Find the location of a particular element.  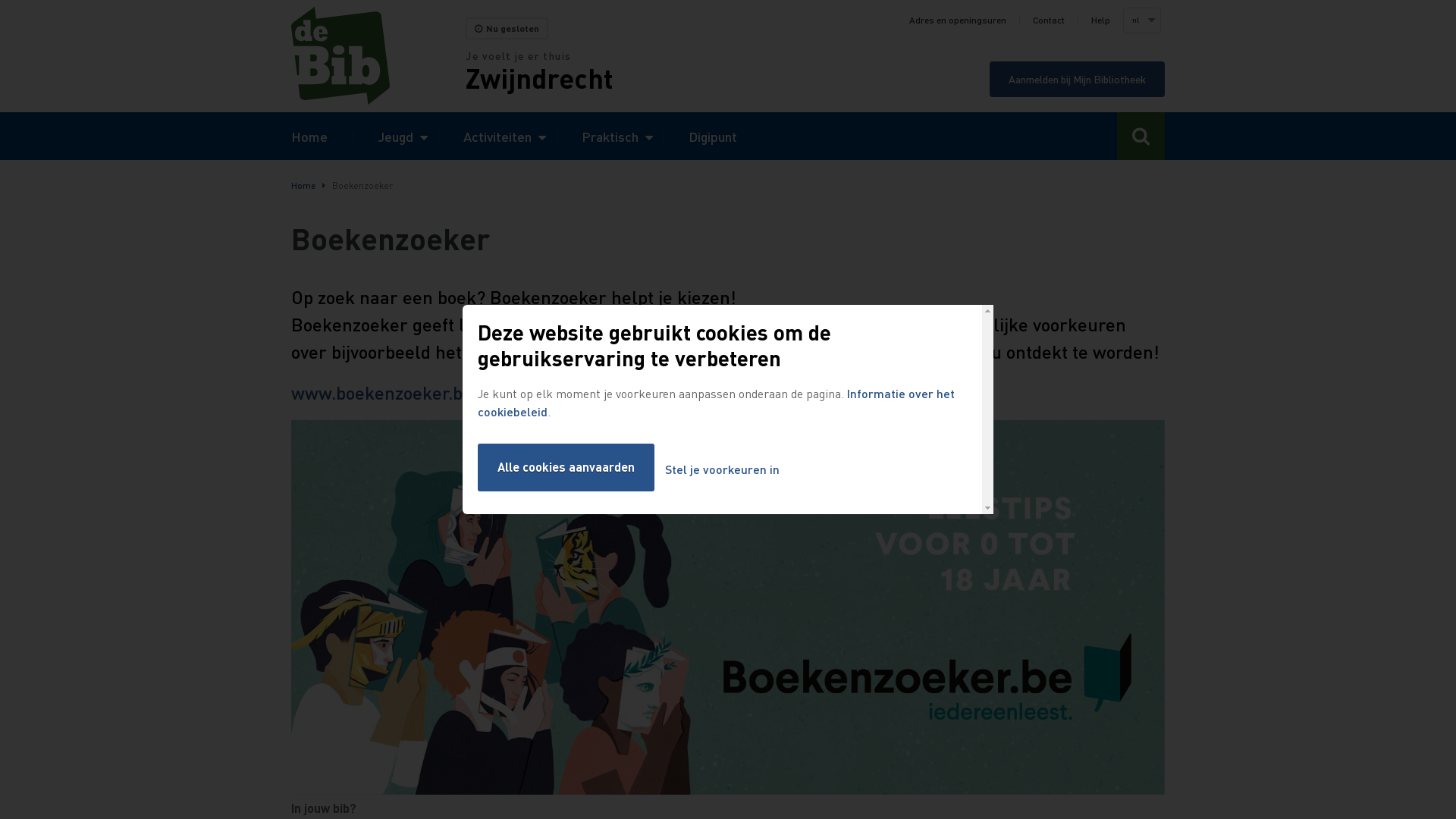

'Overslaan en naar zoeken gaan' is located at coordinates (0, 0).